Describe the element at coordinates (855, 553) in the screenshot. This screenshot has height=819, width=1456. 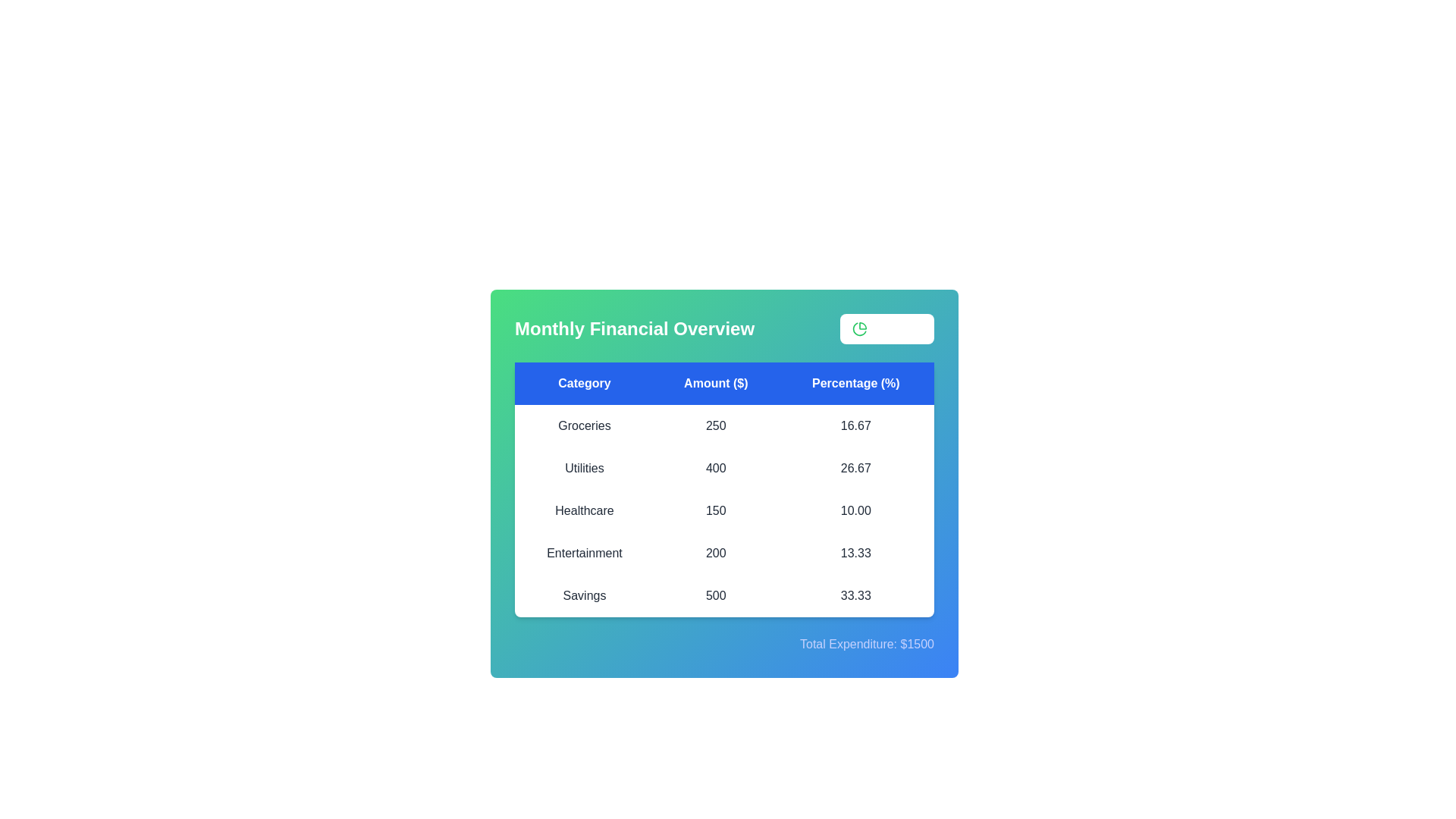
I see `the percentage value for the category Entertainment` at that location.